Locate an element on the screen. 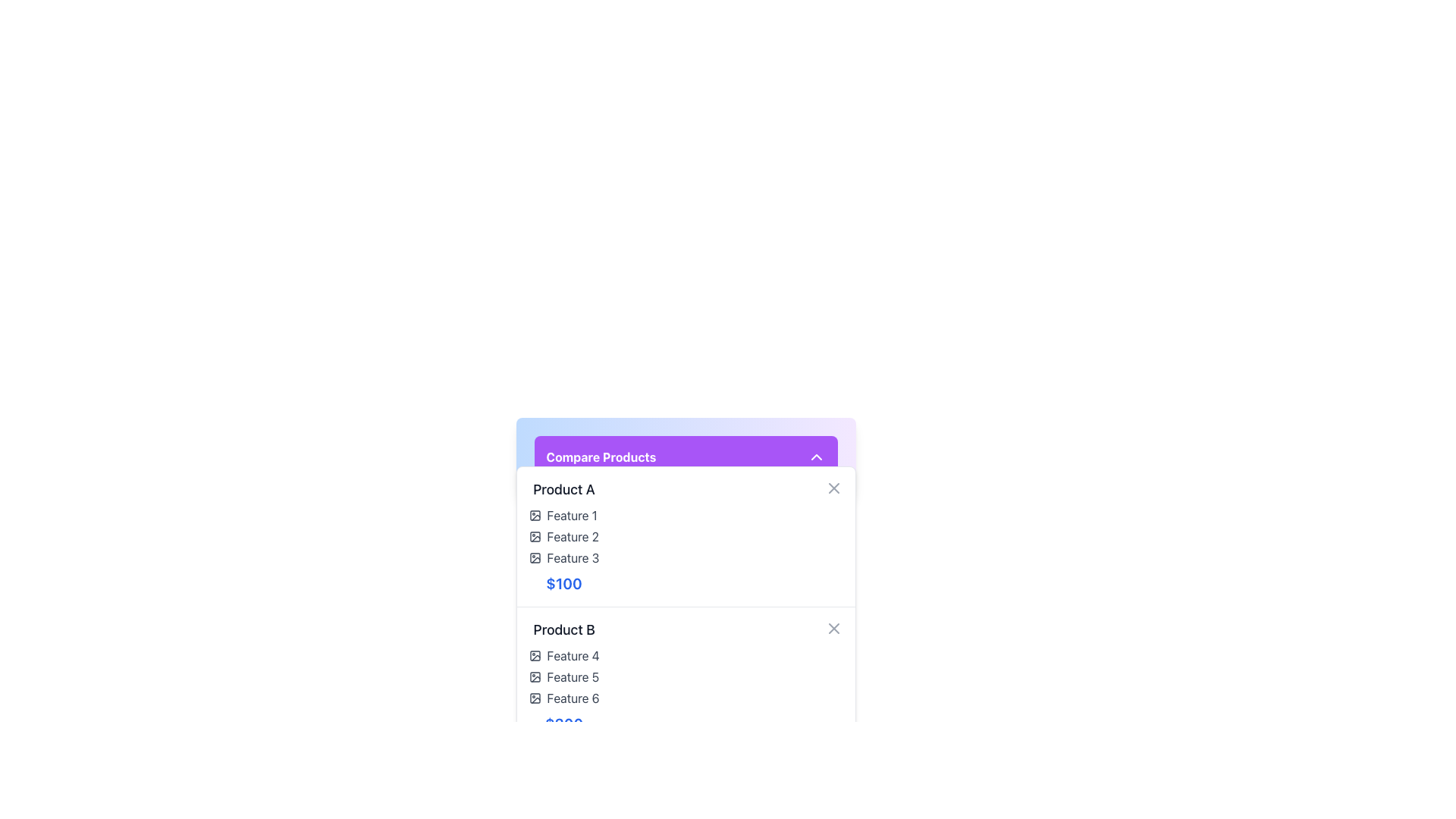  the 'X' icon button (Close/Remove) located in the top-right corner of the 'Product A' card to change its color is located at coordinates (833, 488).